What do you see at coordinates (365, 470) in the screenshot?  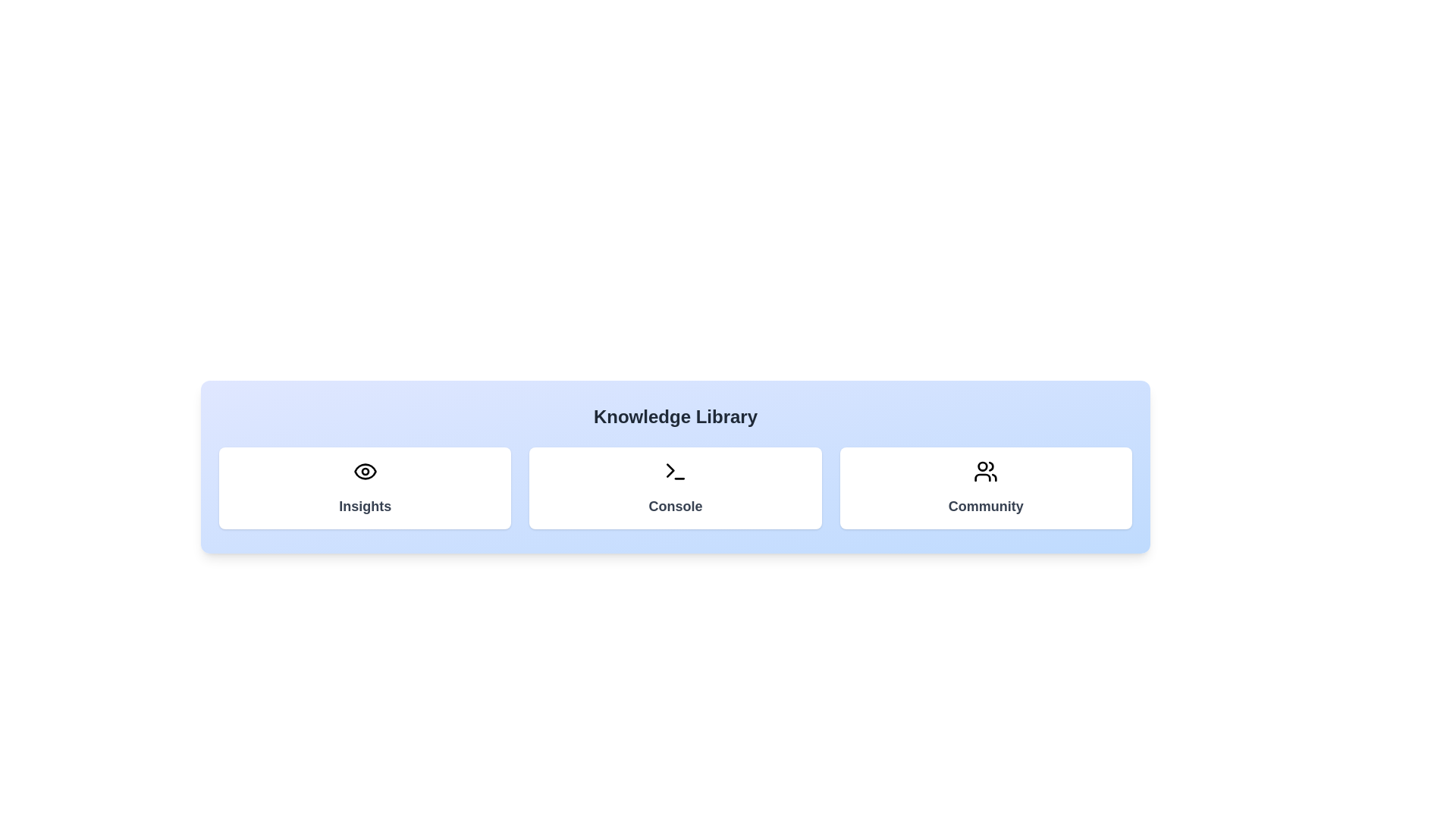 I see `the visibility icon located at the top central part of the 'Insights' card, which symbolizes insights and is positioned above the text label 'Insights'` at bounding box center [365, 470].